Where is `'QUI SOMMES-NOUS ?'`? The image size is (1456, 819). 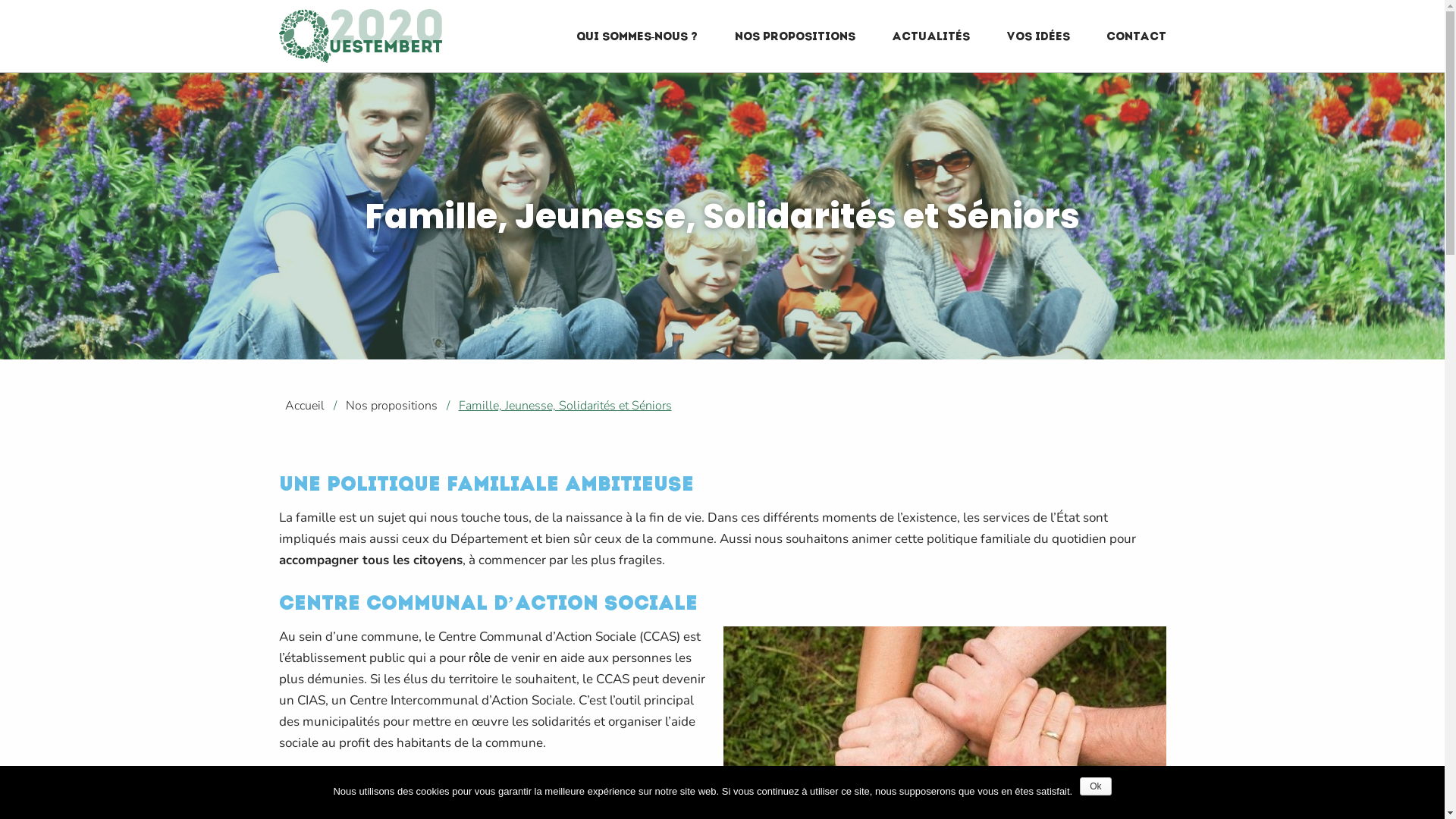
'QUI SOMMES-NOUS ?' is located at coordinates (637, 34).